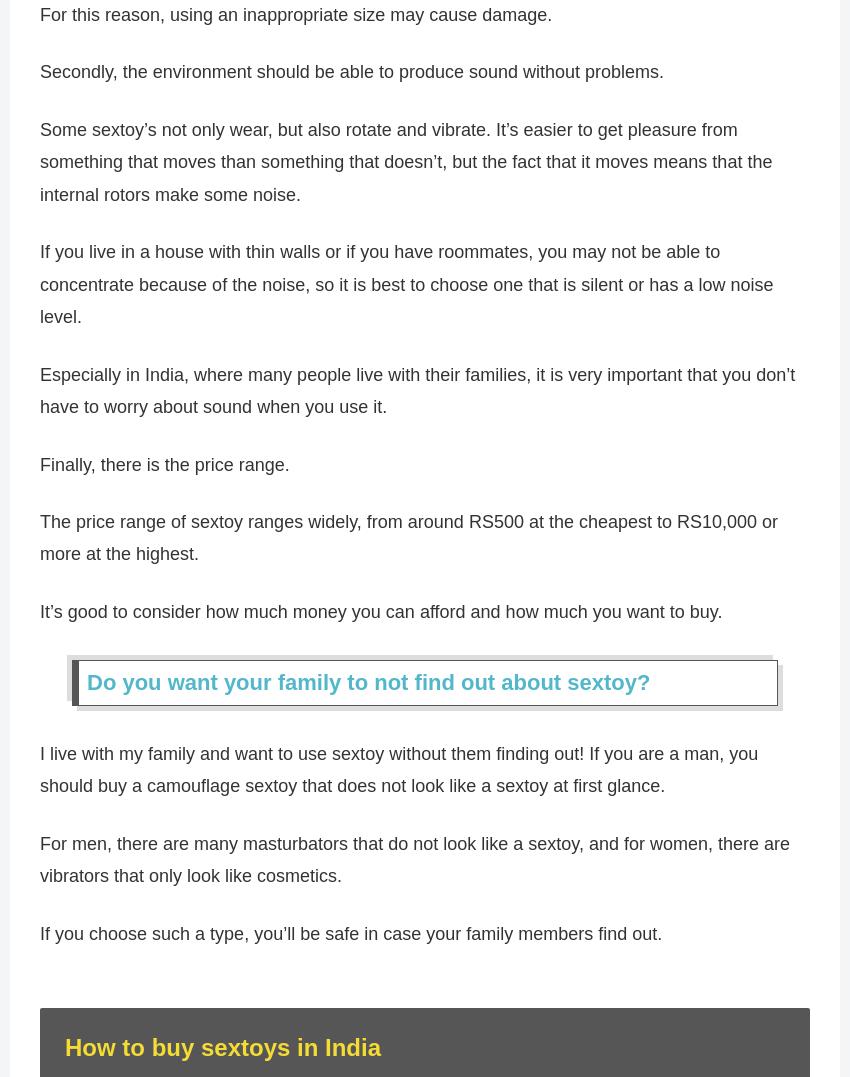  What do you see at coordinates (223, 1056) in the screenshot?
I see `'How to buy sextoys in India'` at bounding box center [223, 1056].